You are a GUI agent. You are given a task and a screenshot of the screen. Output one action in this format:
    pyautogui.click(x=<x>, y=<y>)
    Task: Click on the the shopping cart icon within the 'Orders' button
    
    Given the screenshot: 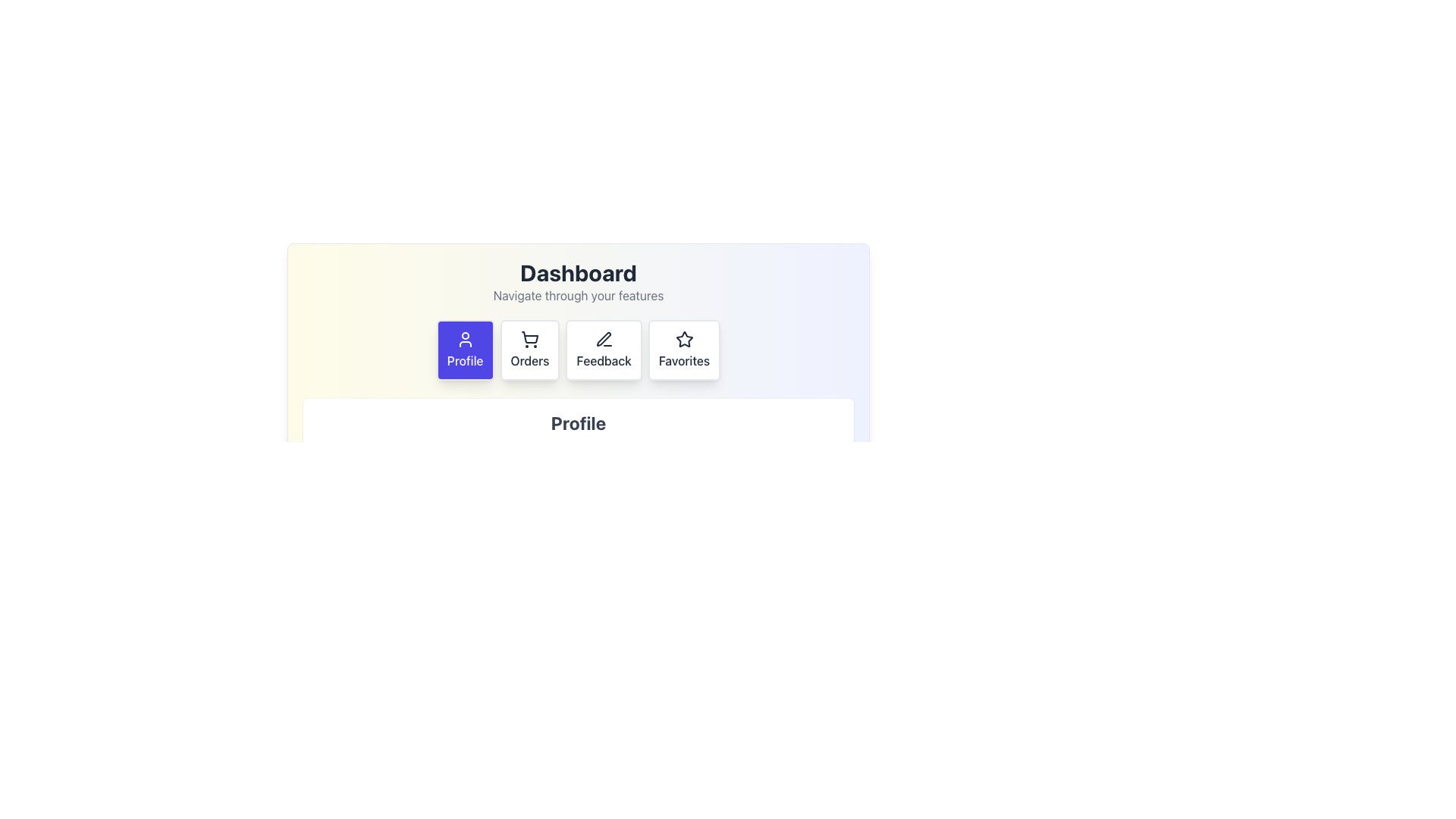 What is the action you would take?
    pyautogui.click(x=529, y=338)
    